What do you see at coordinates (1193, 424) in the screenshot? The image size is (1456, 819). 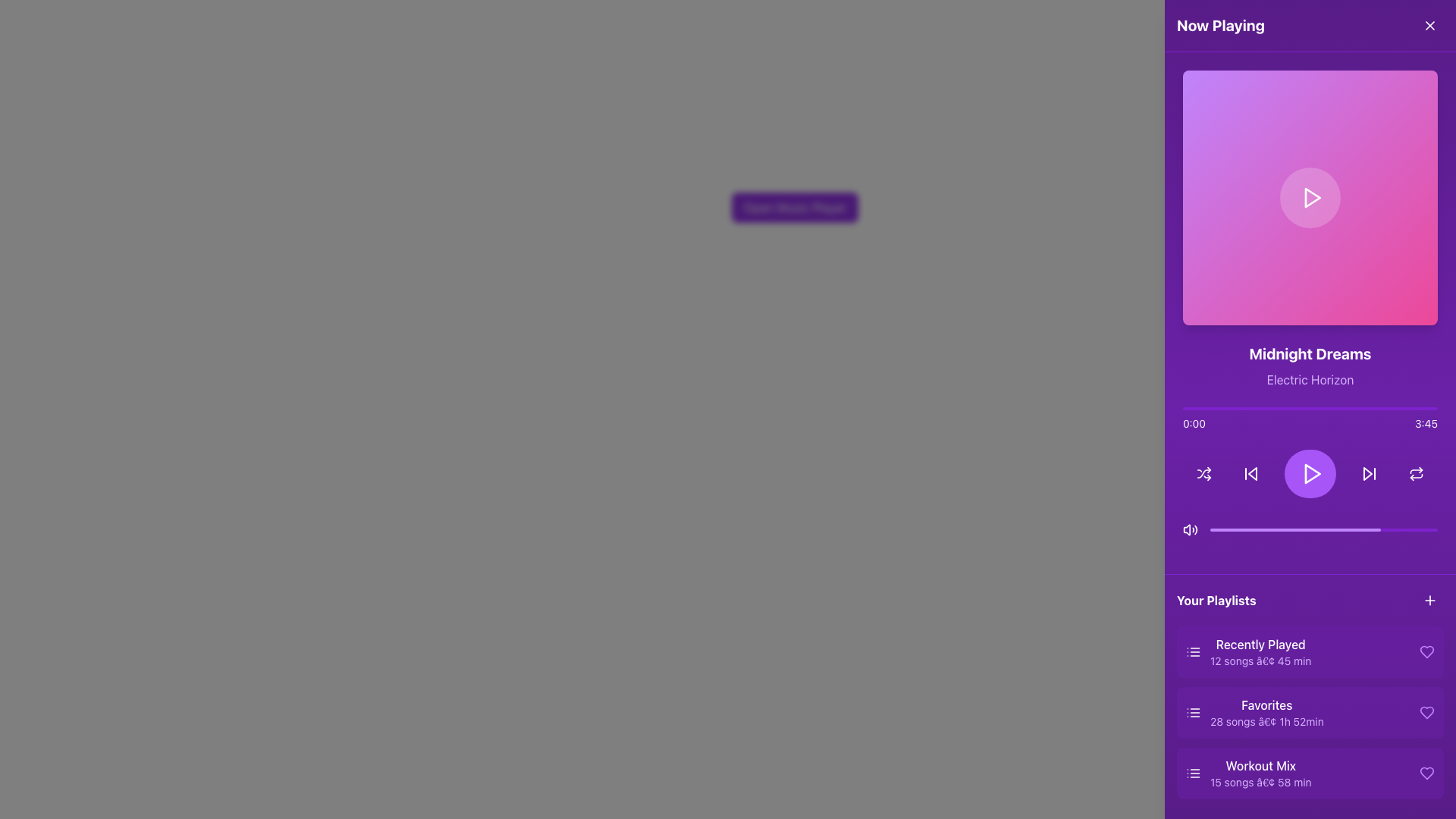 I see `the time information displayed in the text label showing '0:00', which is styled in white text on a purple background, positioned at the left end of the audio progress bar` at bounding box center [1193, 424].